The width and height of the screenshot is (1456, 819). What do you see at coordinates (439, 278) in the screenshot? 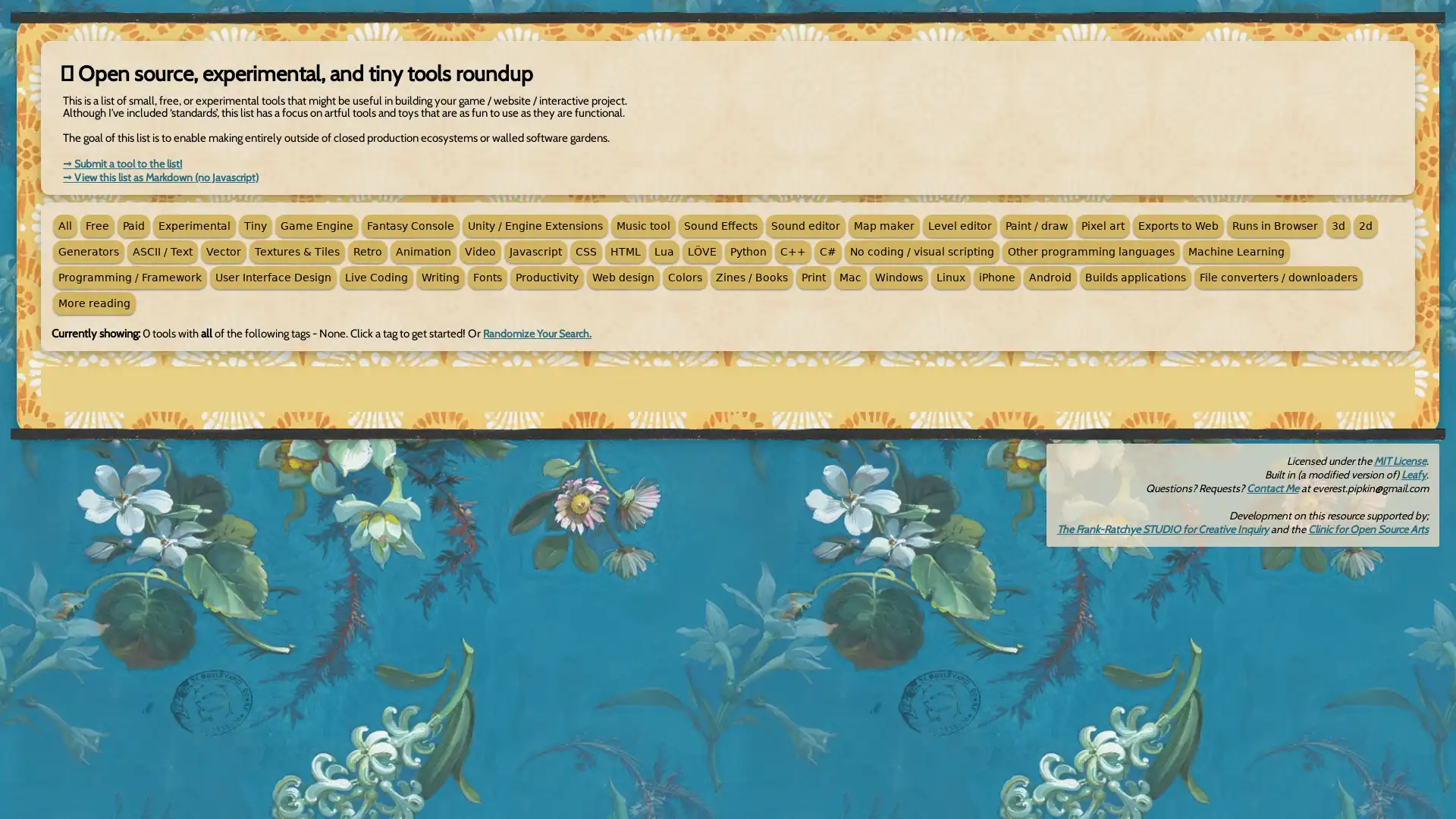
I see `Writing` at bounding box center [439, 278].